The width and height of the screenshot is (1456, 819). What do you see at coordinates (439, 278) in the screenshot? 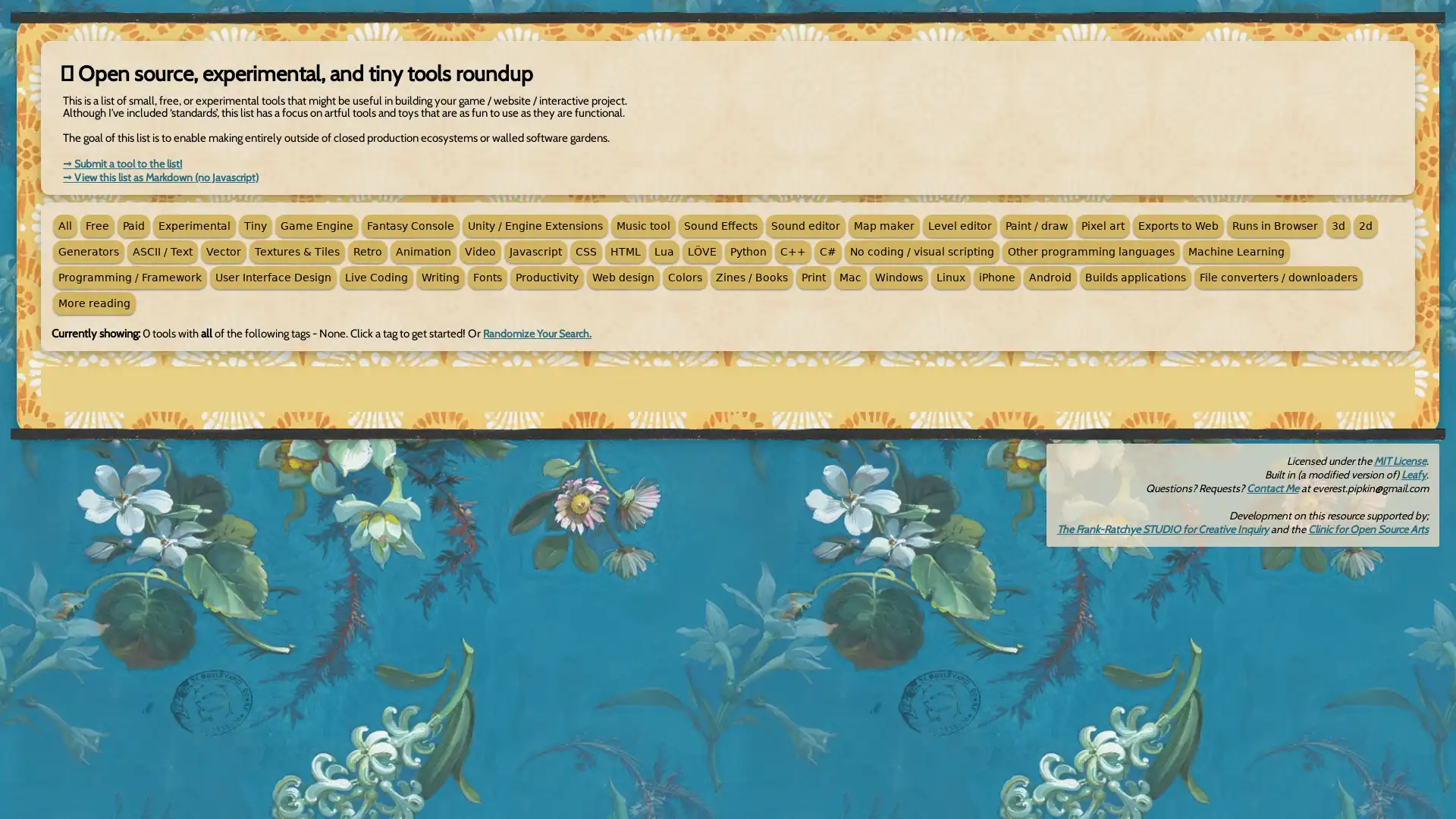
I see `Writing` at bounding box center [439, 278].